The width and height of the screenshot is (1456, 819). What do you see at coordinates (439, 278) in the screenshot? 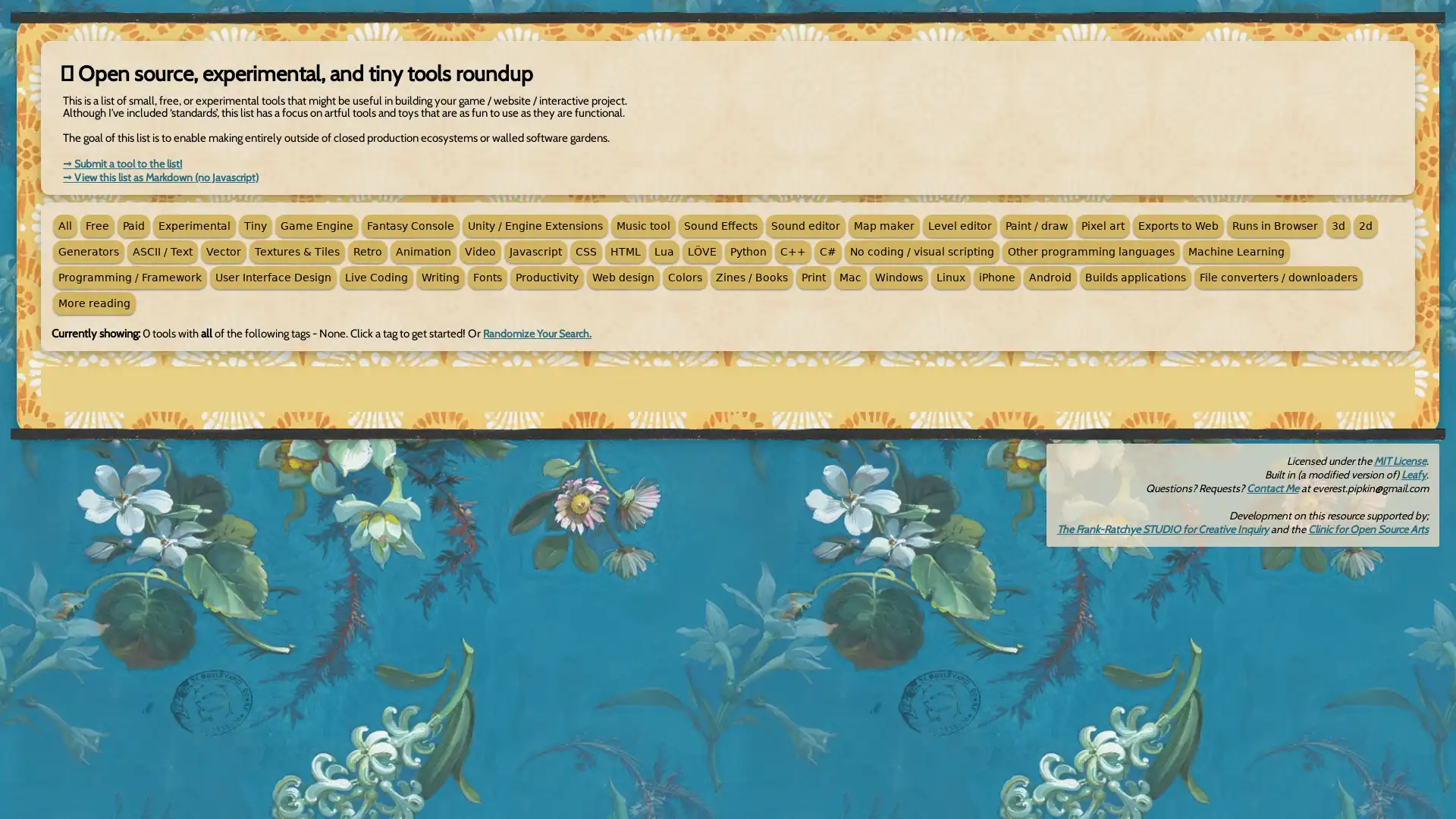
I see `Writing` at bounding box center [439, 278].